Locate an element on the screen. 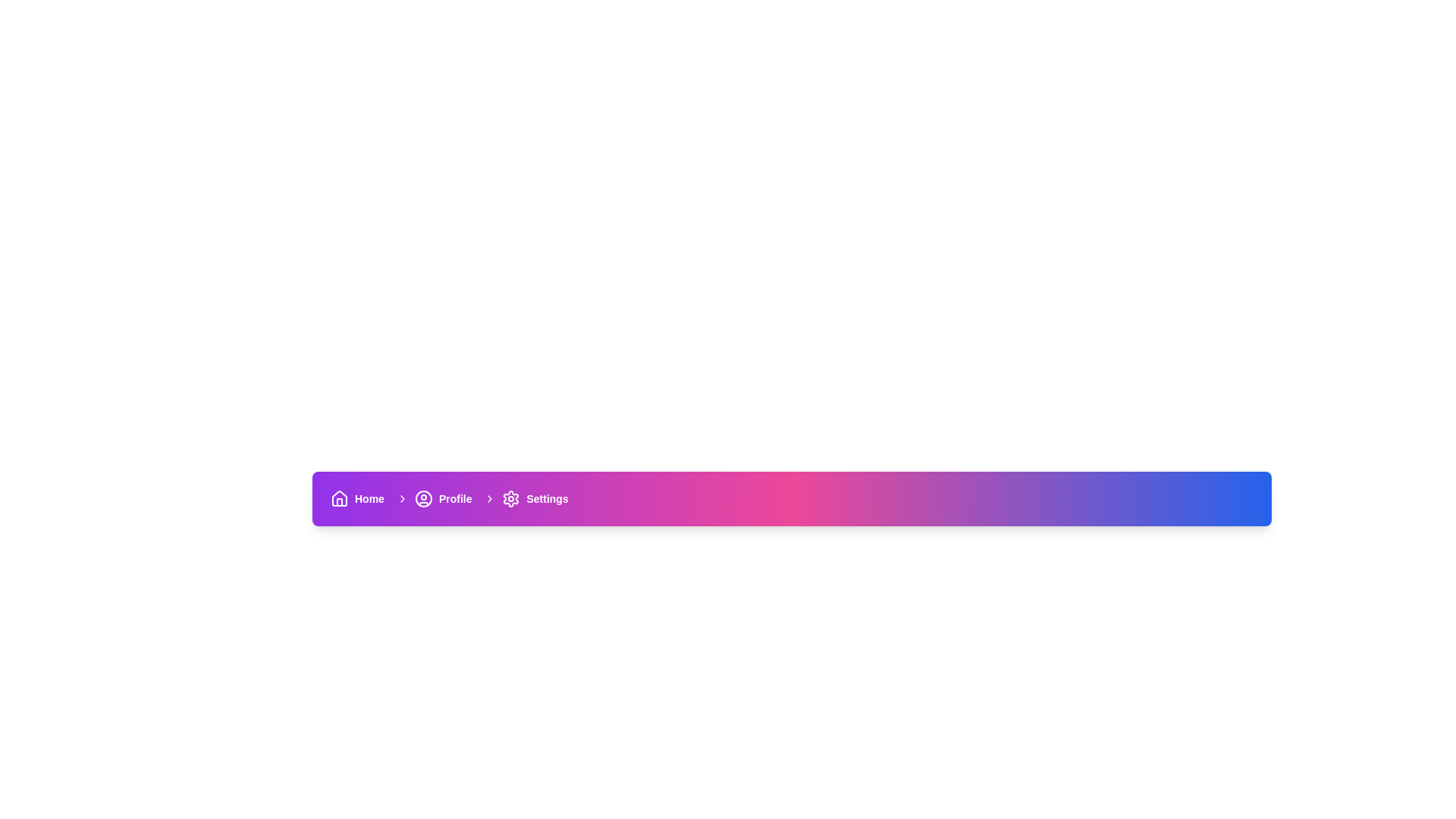 Image resolution: width=1456 pixels, height=819 pixels. the 'Profile' navigation button, which is the second item in the horizontal navigation bar is located at coordinates (433, 499).